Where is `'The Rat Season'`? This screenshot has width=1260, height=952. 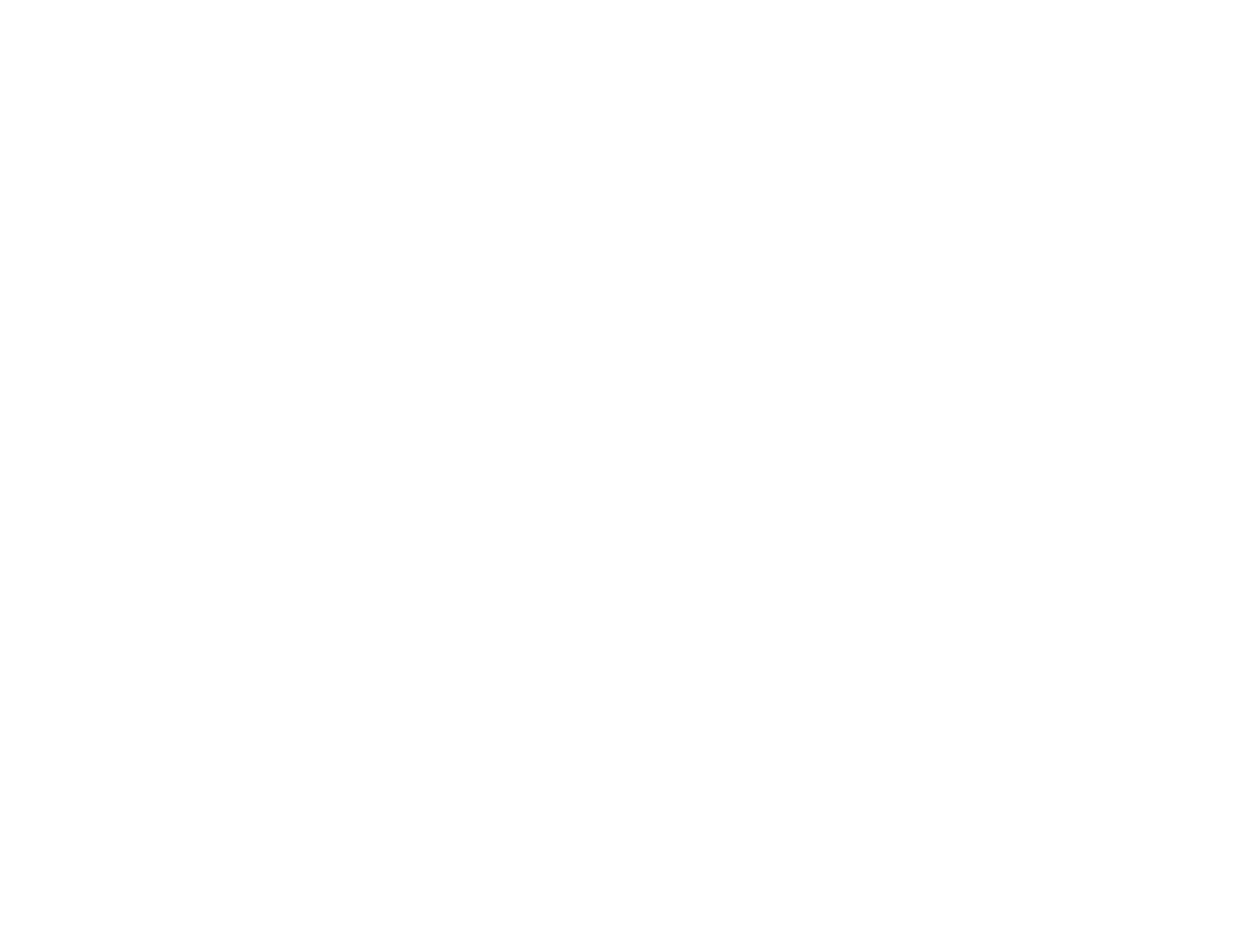 'The Rat Season' is located at coordinates (687, 256).